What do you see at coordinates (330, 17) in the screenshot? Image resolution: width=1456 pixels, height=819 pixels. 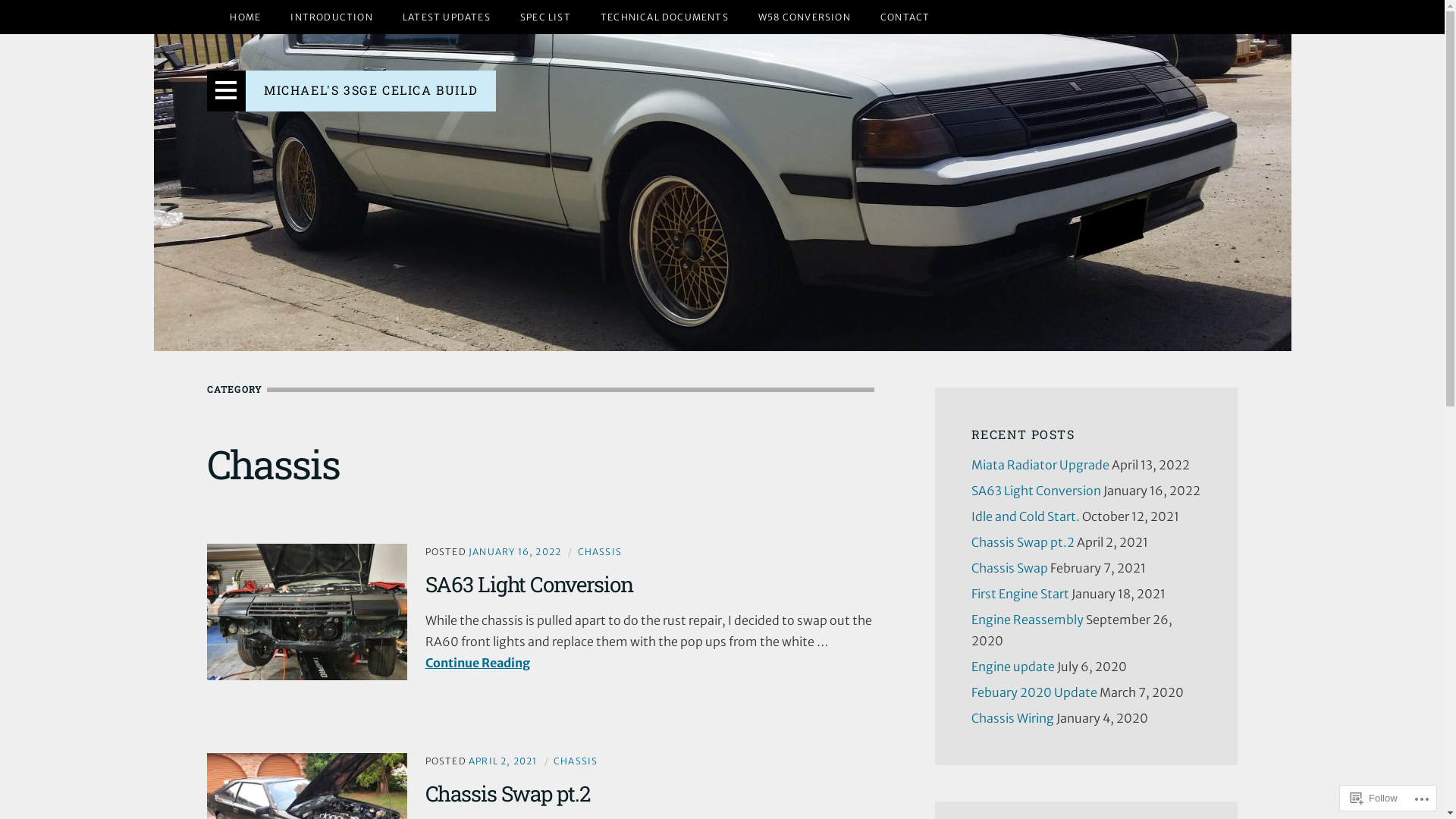 I see `'INTRODUCTION'` at bounding box center [330, 17].